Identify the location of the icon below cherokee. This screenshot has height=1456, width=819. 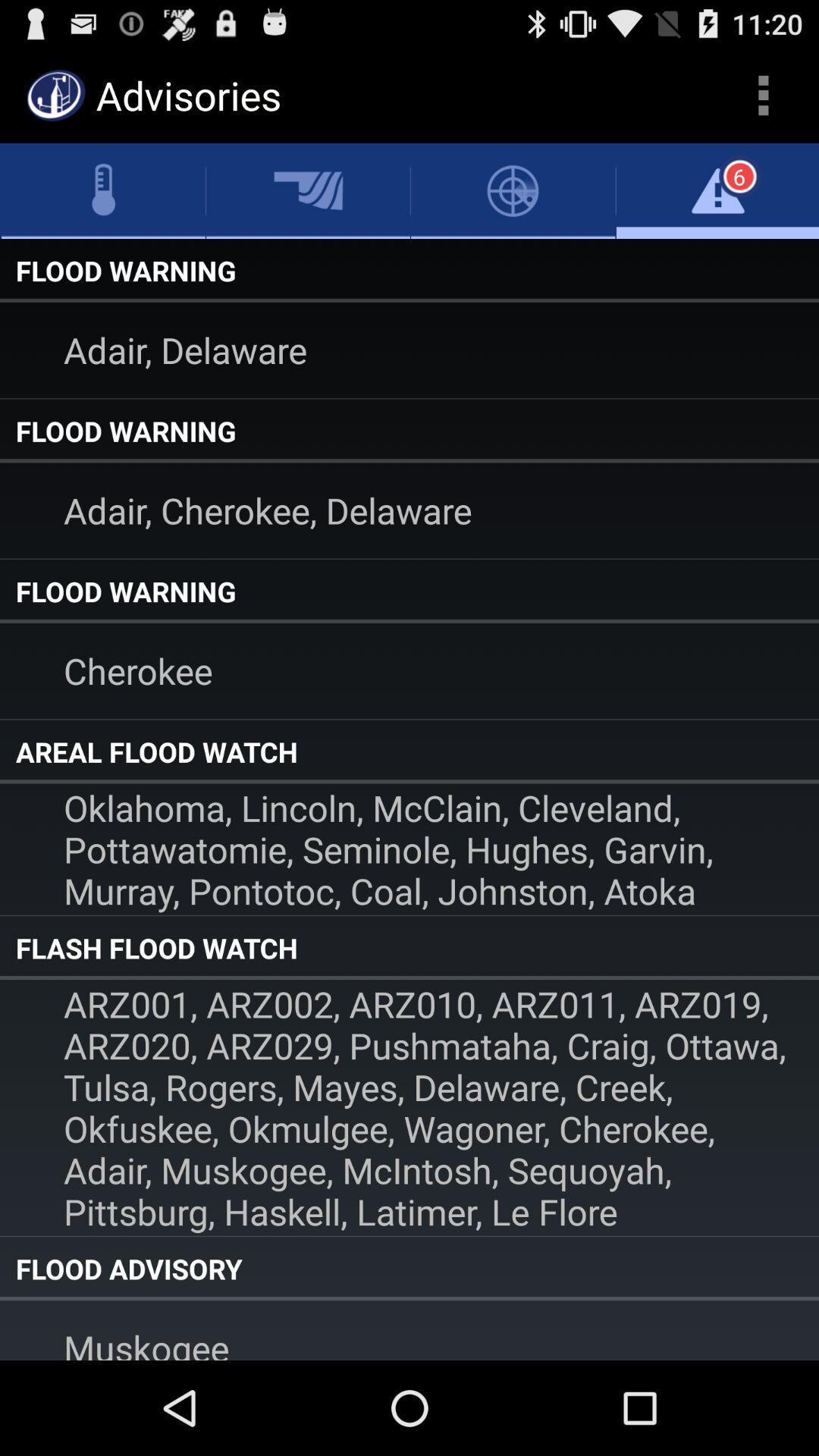
(409, 752).